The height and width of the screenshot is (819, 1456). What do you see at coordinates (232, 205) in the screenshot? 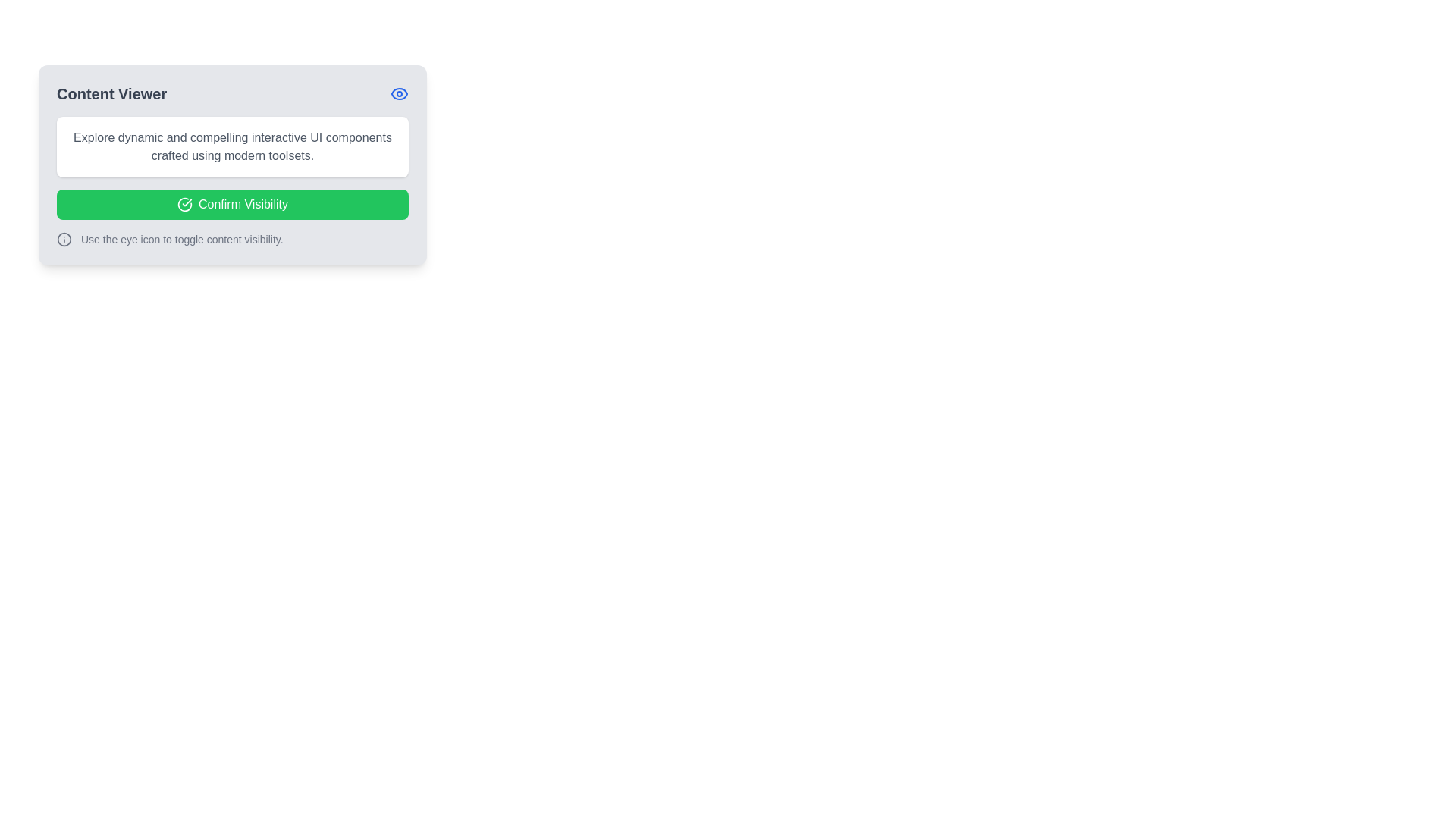
I see `the button that confirms the visibility of certain content, positioned below the descriptive text about interactive UI components and above the guide about toggling visibility` at bounding box center [232, 205].